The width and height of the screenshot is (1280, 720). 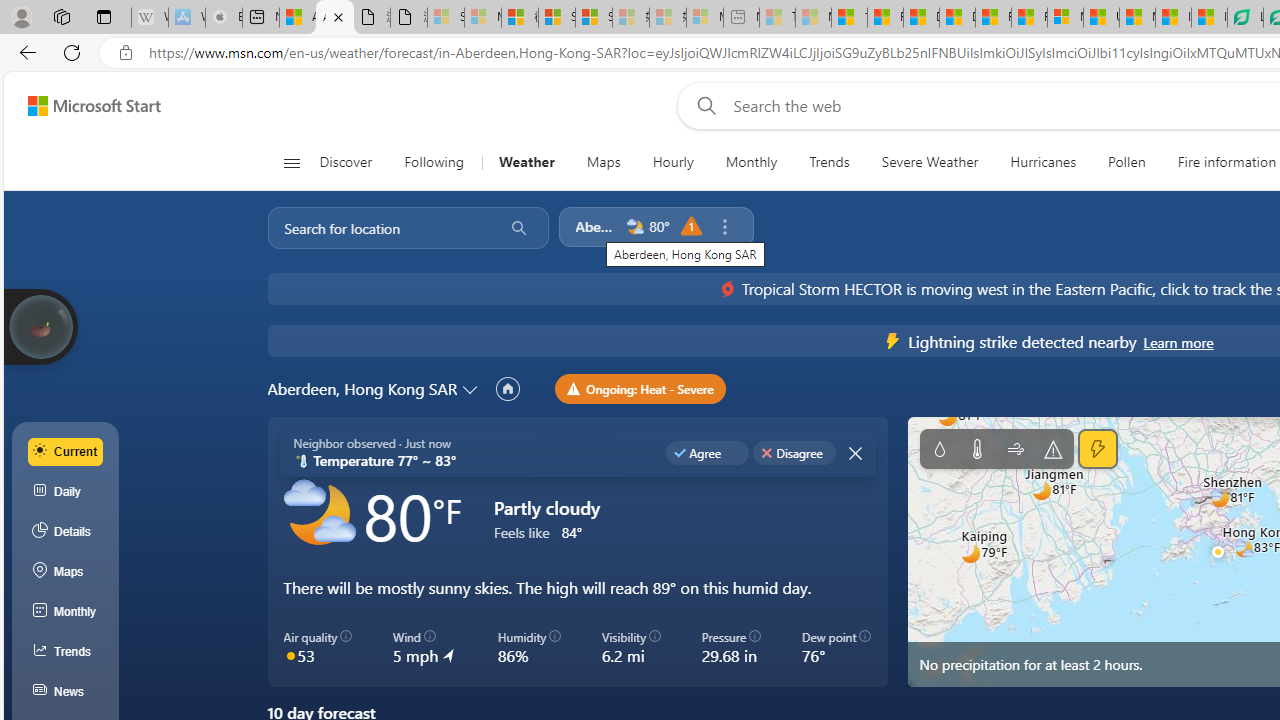 What do you see at coordinates (595, 225) in the screenshot?
I see `'Aberdeen'` at bounding box center [595, 225].